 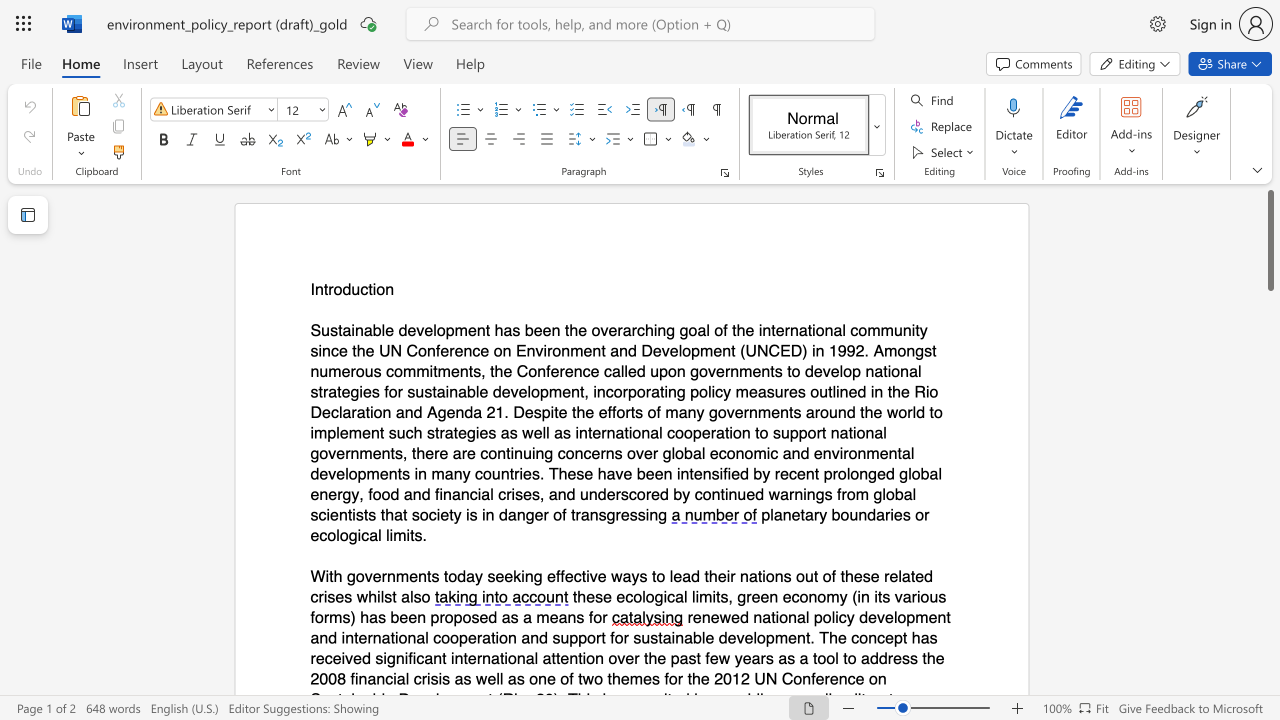 What do you see at coordinates (1269, 588) in the screenshot?
I see `the page's right scrollbar for downward movement` at bounding box center [1269, 588].